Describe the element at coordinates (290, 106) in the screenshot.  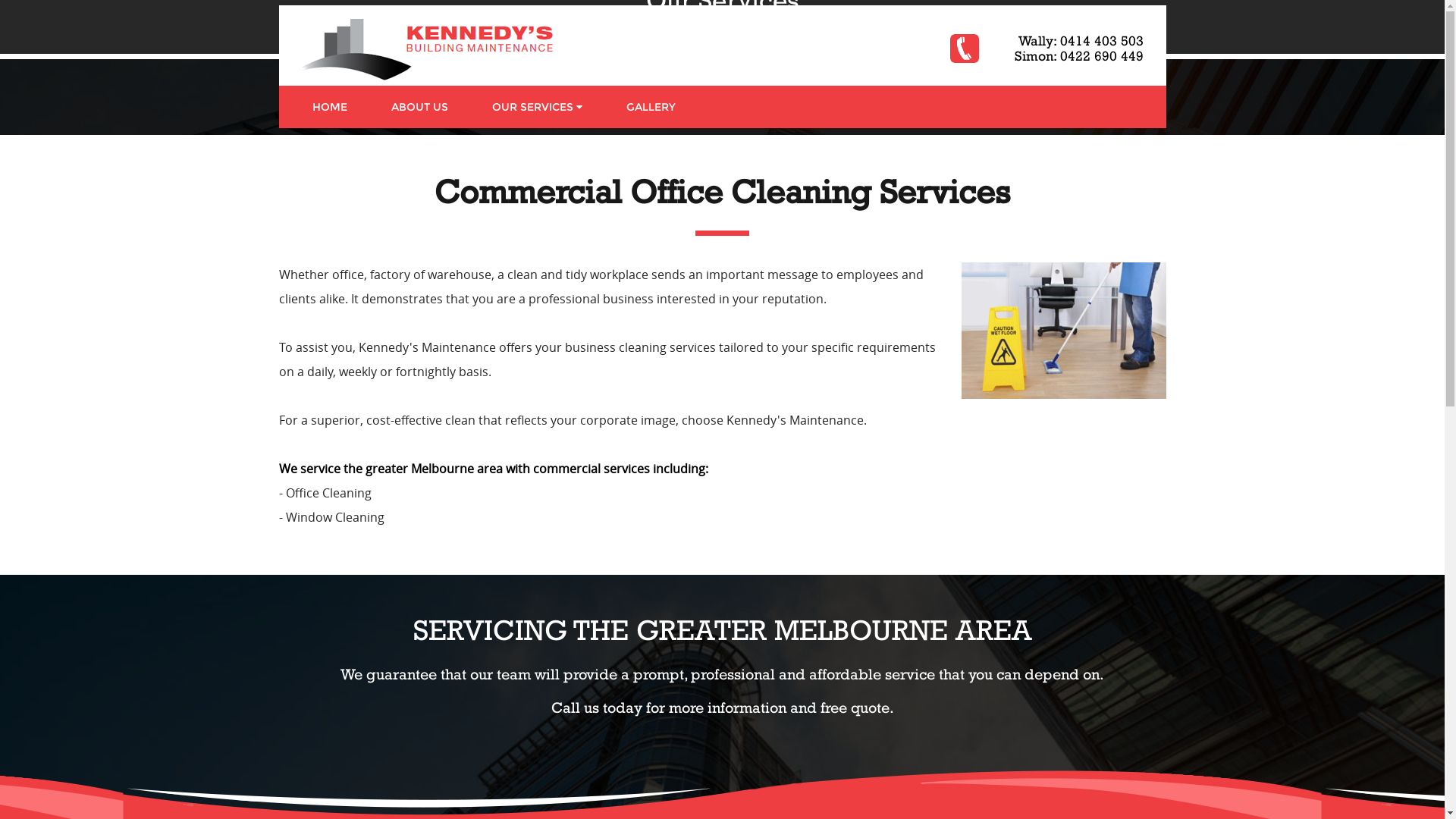
I see `'HOME'` at that location.